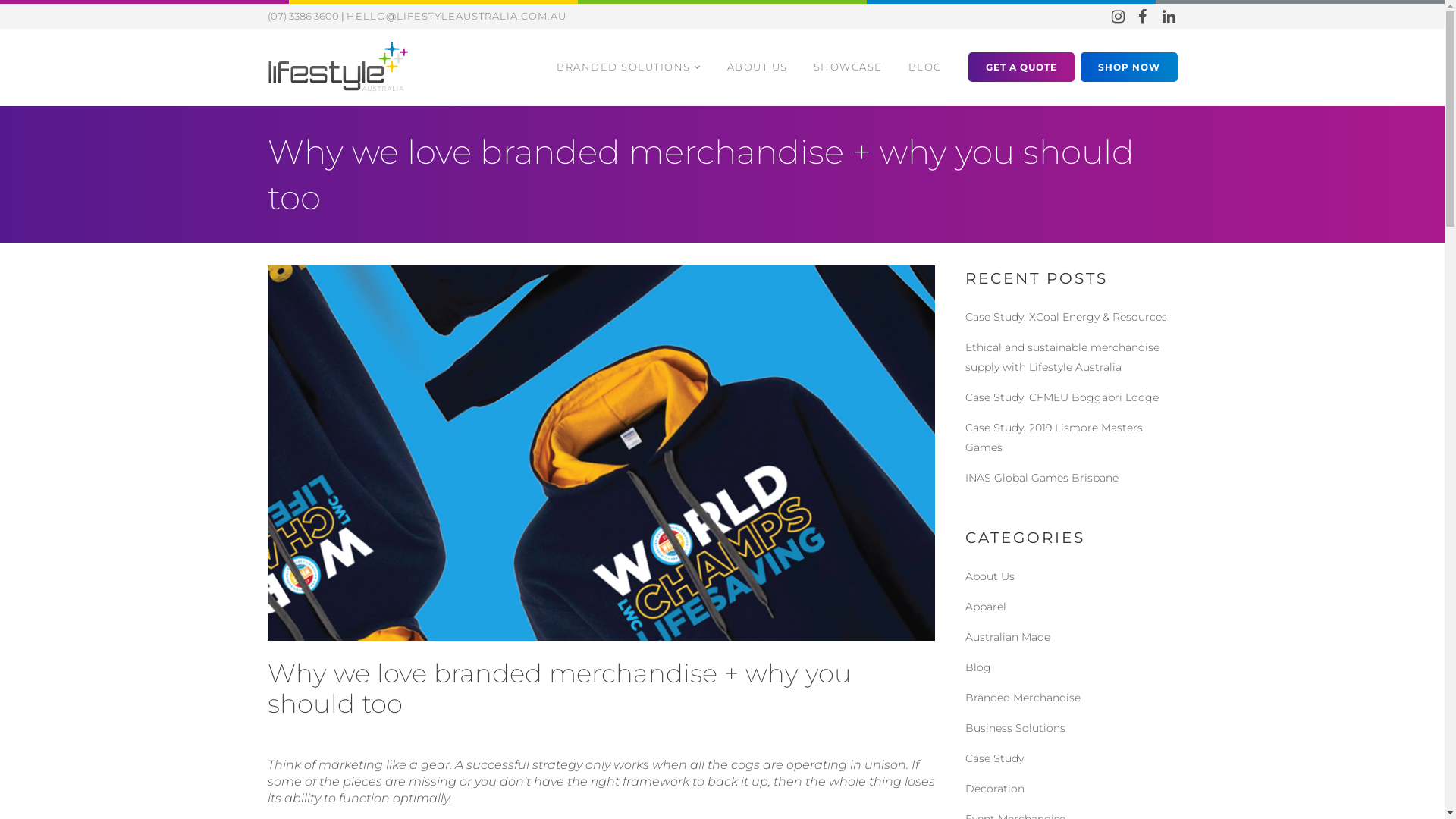 The width and height of the screenshot is (1456, 819). I want to click on 'SHOWCASE', so click(847, 66).